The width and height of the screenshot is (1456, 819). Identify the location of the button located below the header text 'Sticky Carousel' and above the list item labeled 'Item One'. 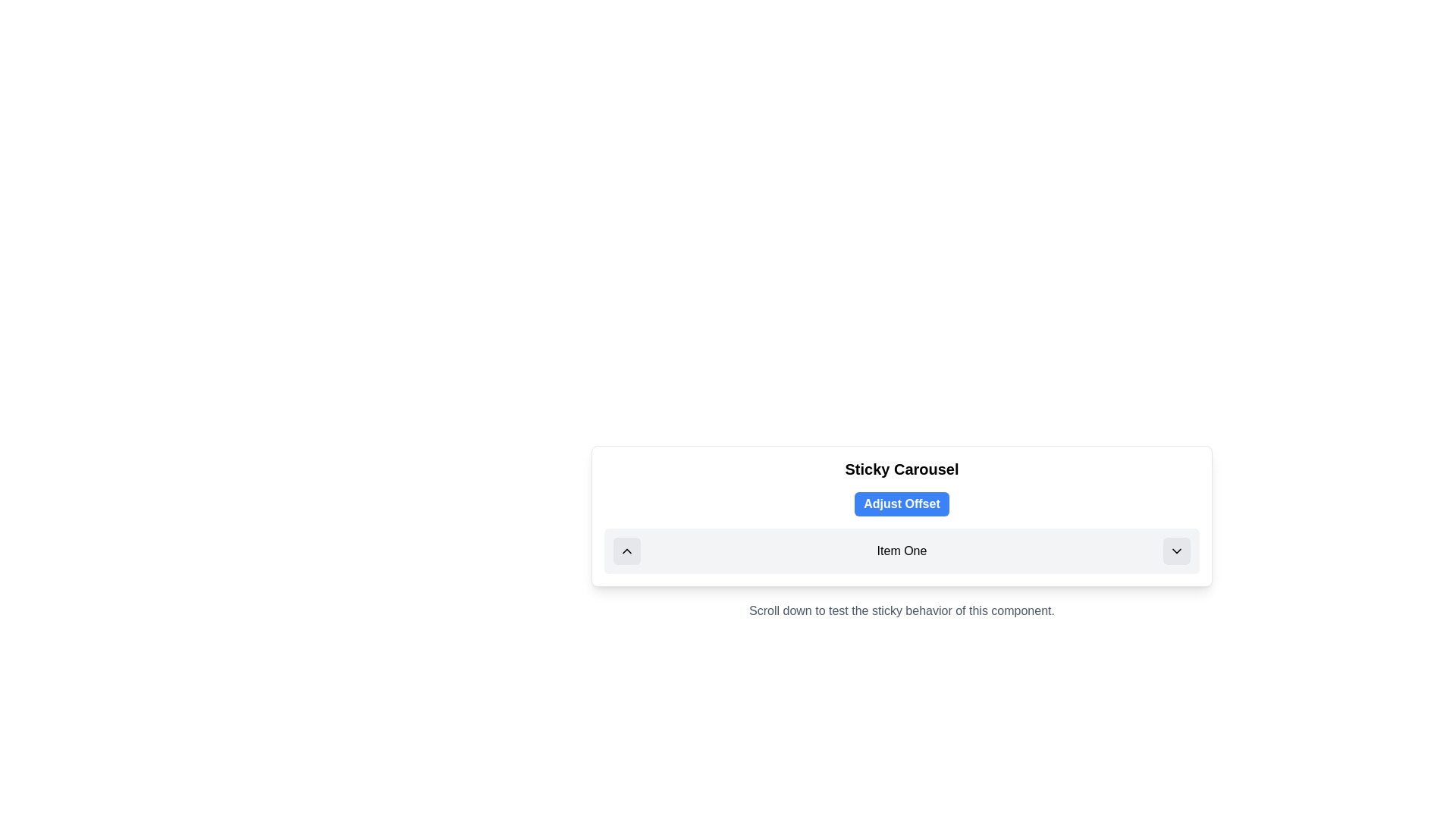
(902, 504).